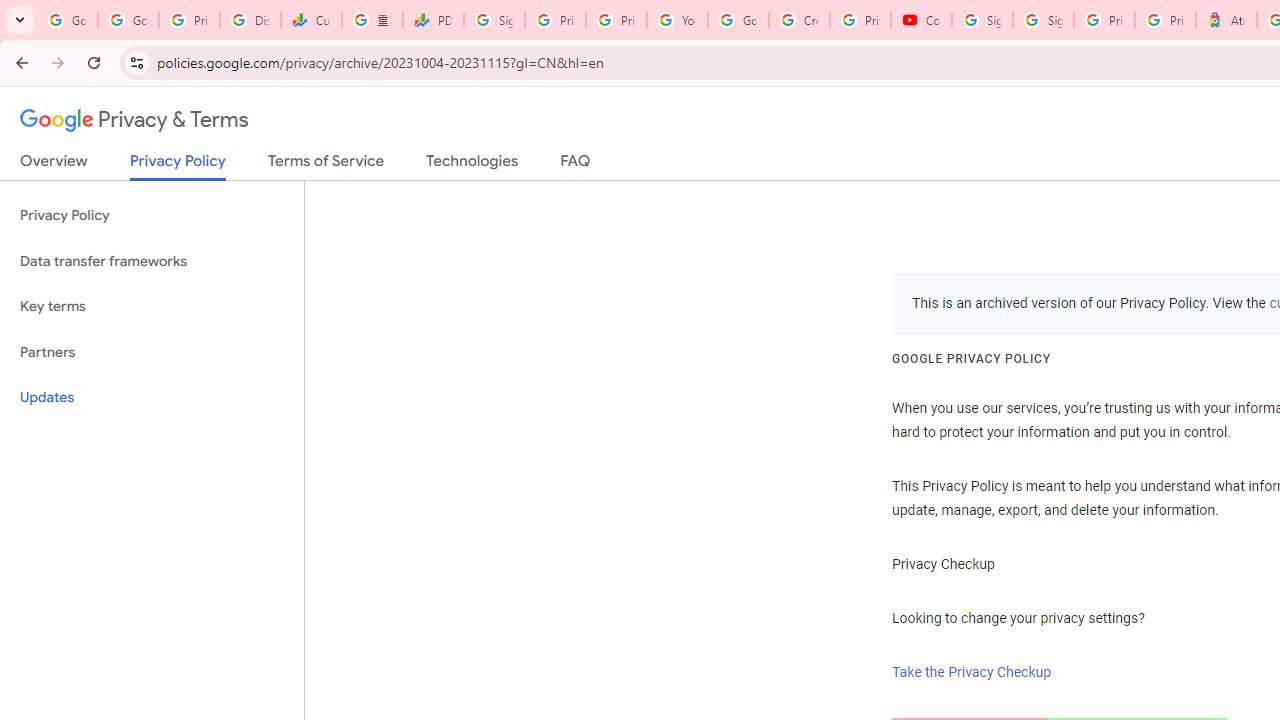  Describe the element at coordinates (677, 20) in the screenshot. I see `'YouTube'` at that location.